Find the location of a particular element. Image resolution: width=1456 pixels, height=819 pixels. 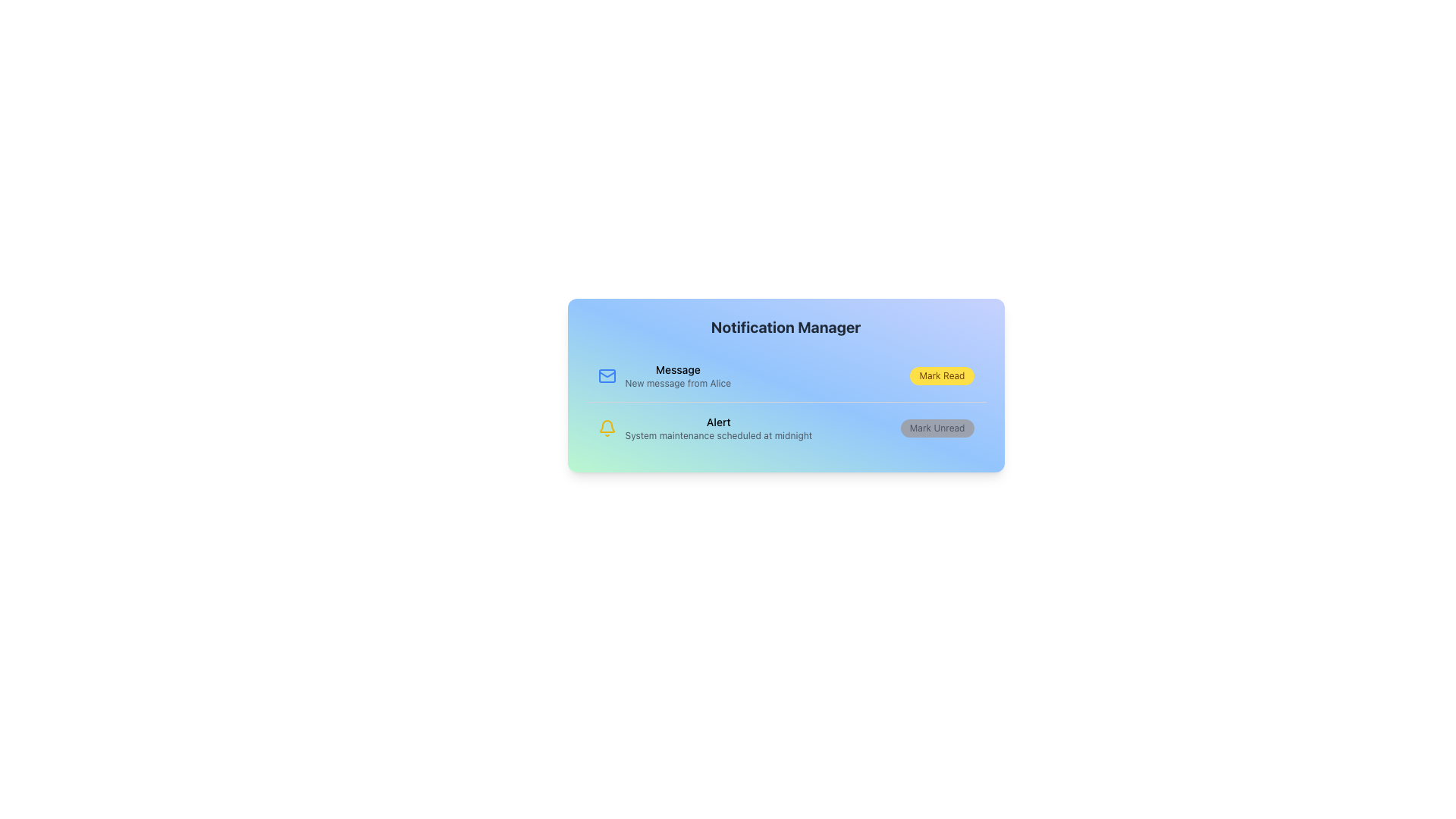

the small envelope-shaped SVG icon with a blue outline located to the left of the 'New message from Alice' notification text is located at coordinates (607, 375).